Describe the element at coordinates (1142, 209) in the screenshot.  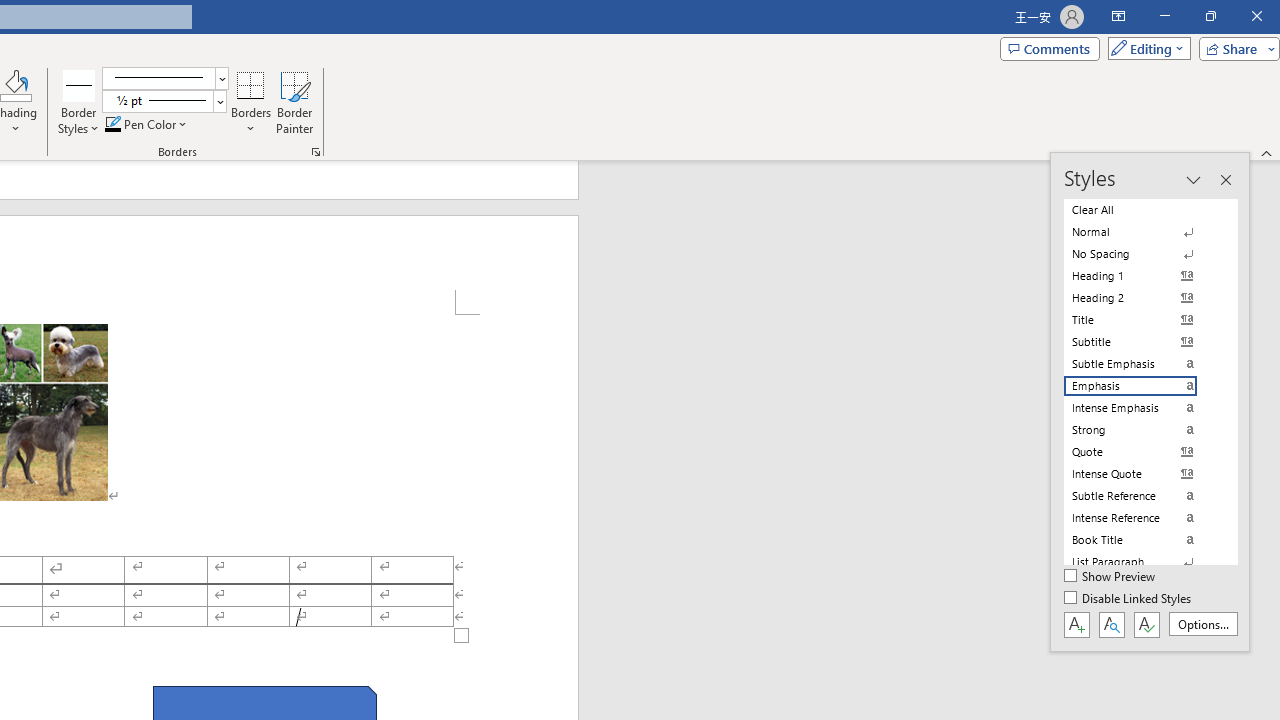
I see `'Clear All'` at that location.